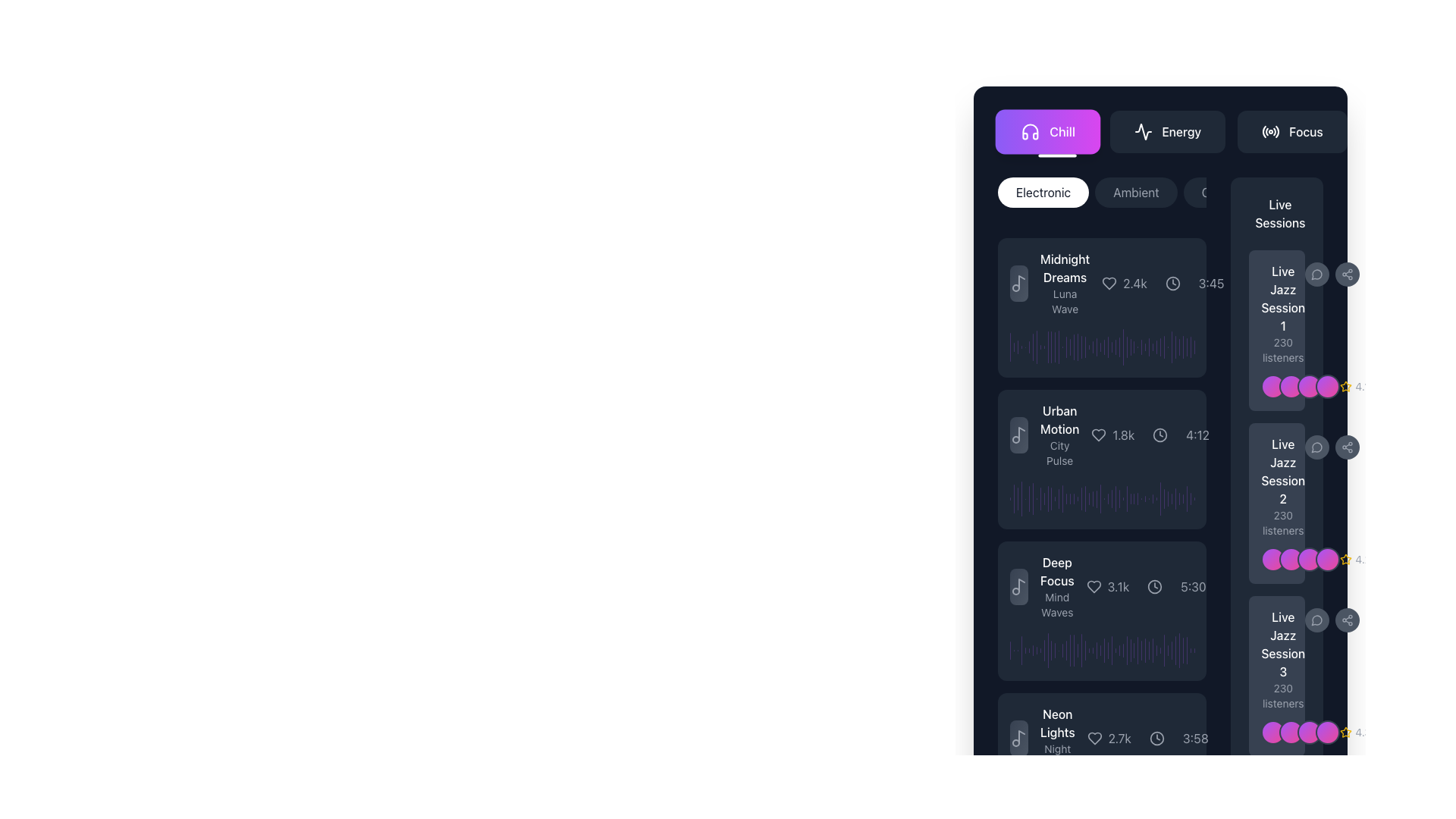 This screenshot has height=819, width=1456. Describe the element at coordinates (1210, 284) in the screenshot. I see `the timestamp label located at the bottom right of the audio file card, which indicates the duration of the audio file` at that location.